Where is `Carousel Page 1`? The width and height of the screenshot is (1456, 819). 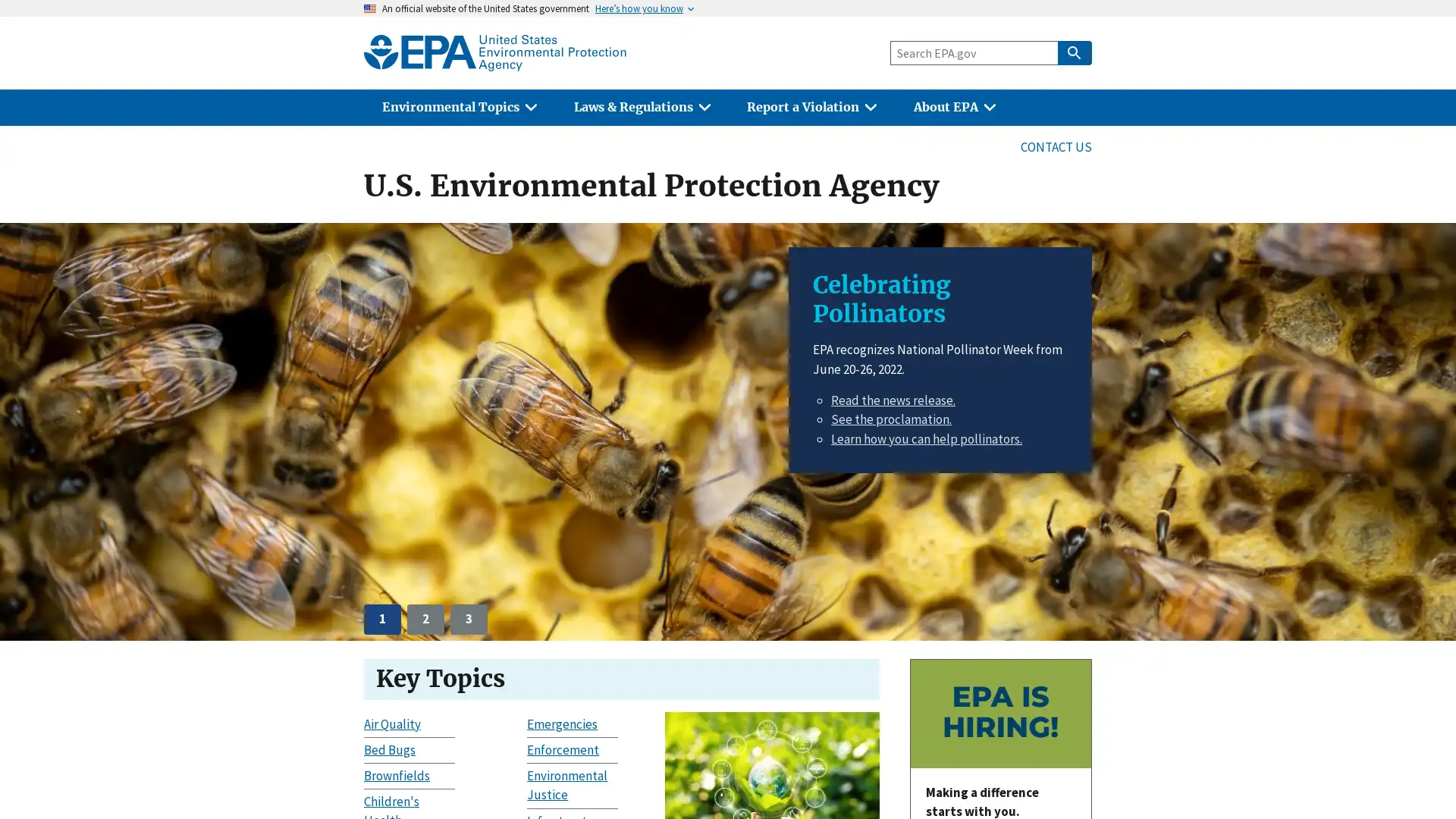 Carousel Page 1 is located at coordinates (382, 619).